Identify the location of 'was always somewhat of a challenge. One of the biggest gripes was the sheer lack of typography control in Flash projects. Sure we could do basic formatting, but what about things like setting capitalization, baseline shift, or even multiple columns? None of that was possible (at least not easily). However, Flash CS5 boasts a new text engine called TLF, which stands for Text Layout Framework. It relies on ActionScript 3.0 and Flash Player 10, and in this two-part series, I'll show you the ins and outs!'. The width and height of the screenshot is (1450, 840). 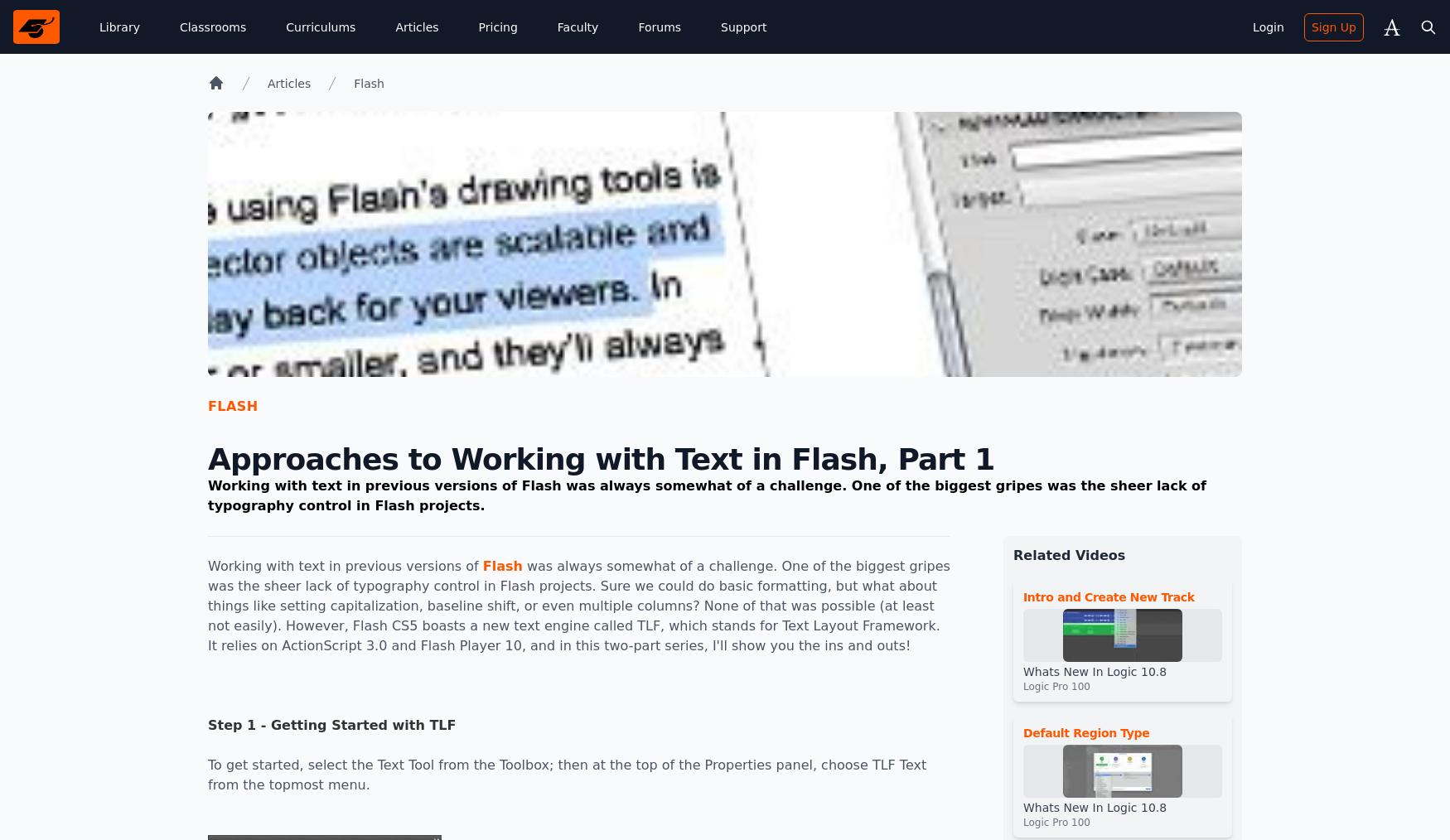
(578, 605).